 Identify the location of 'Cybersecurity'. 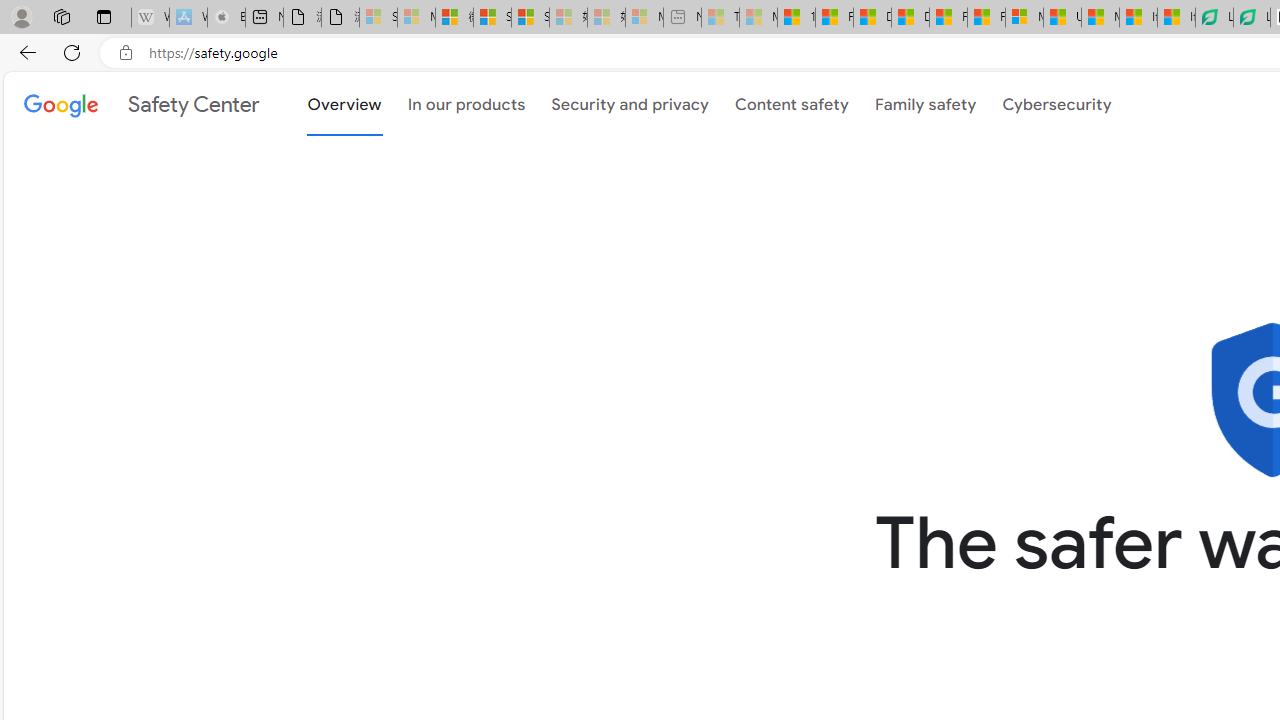
(1056, 102).